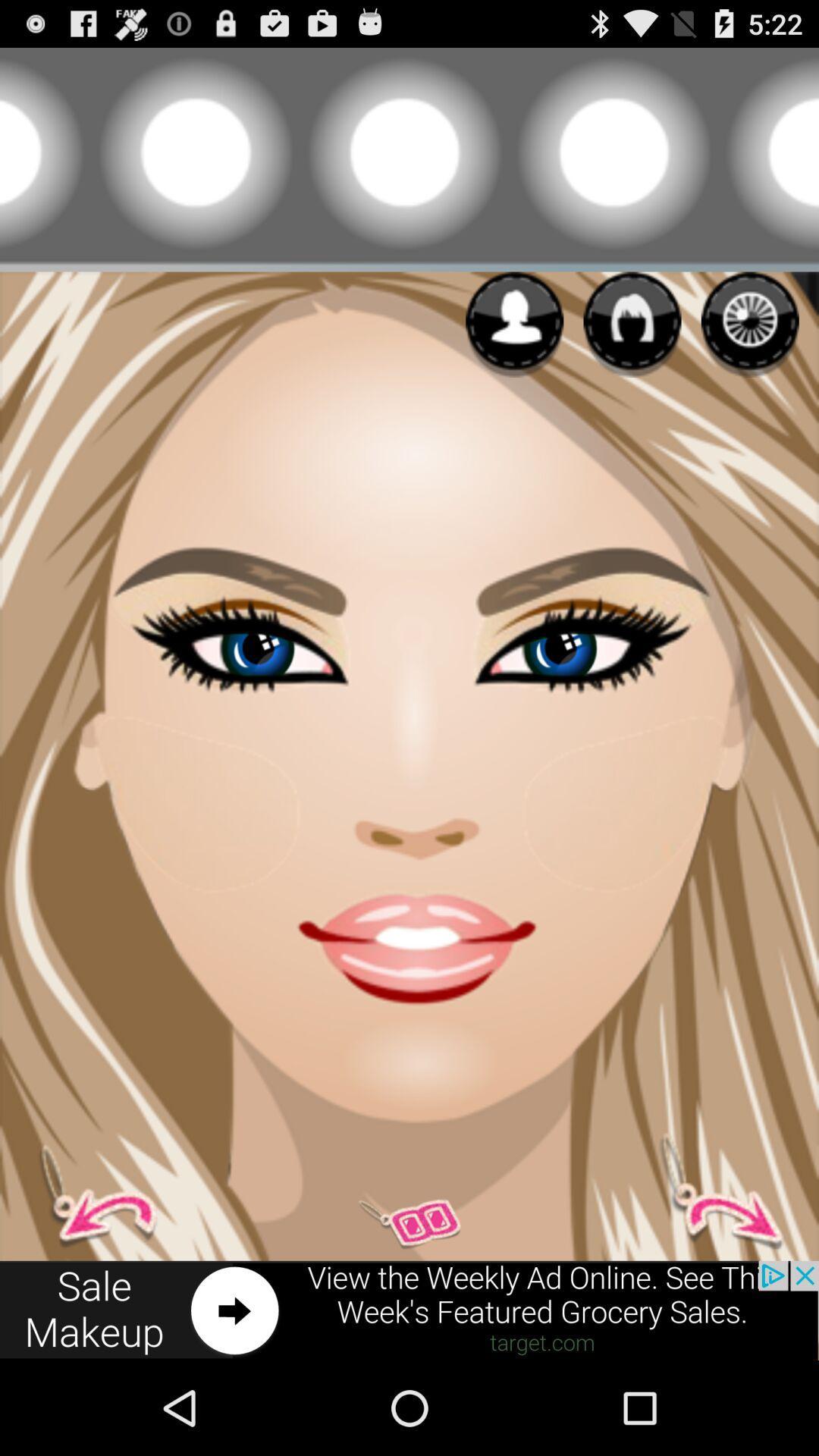  Describe the element at coordinates (749, 324) in the screenshot. I see `third icon which is on the right side of the page` at that location.